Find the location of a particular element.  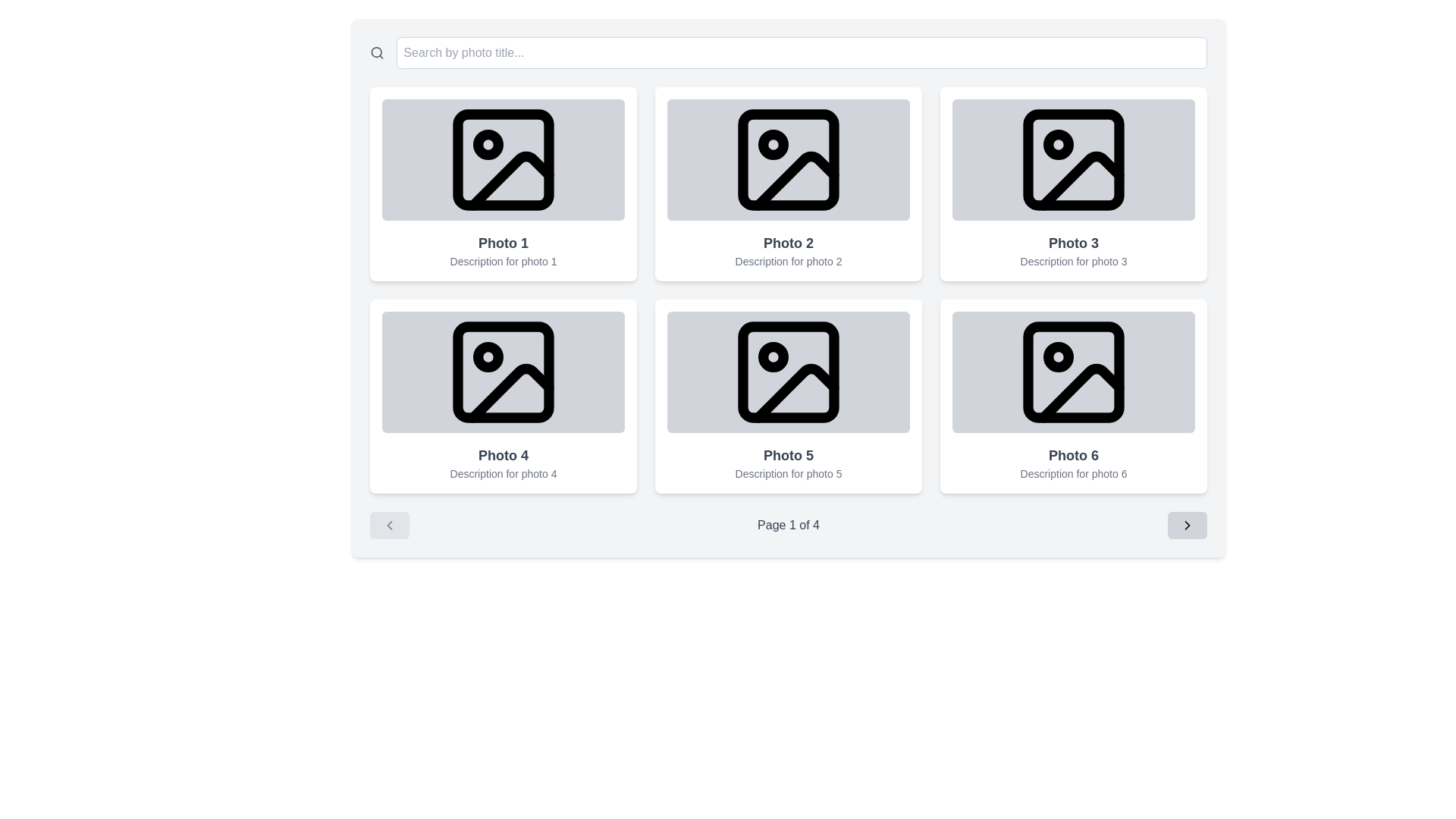

the primary title Text label located in the fifth card of the grid layout, positioned below the image placeholder and above the descriptive text is located at coordinates (789, 455).